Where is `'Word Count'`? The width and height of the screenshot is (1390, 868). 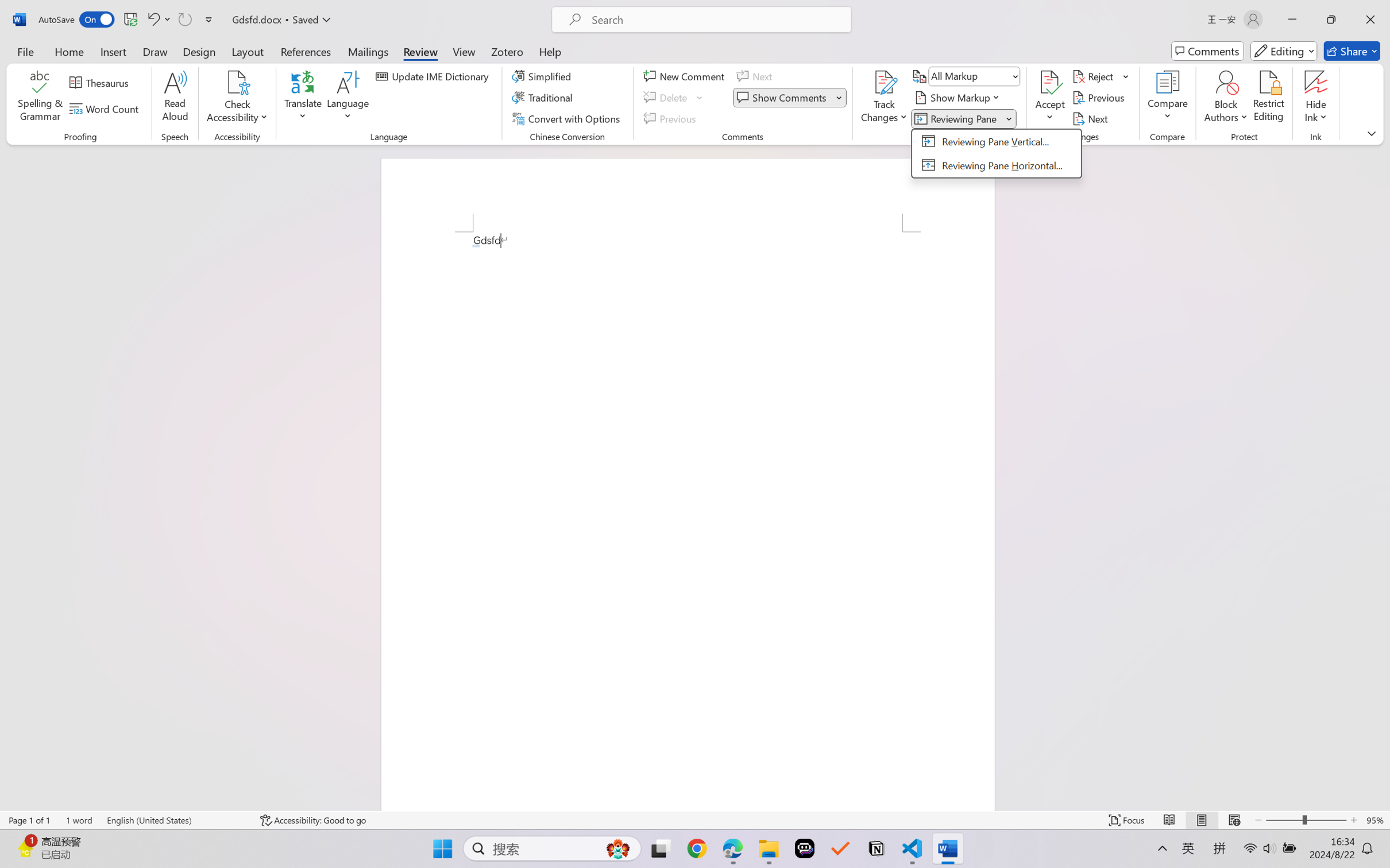
'Word Count' is located at coordinates (105, 108).